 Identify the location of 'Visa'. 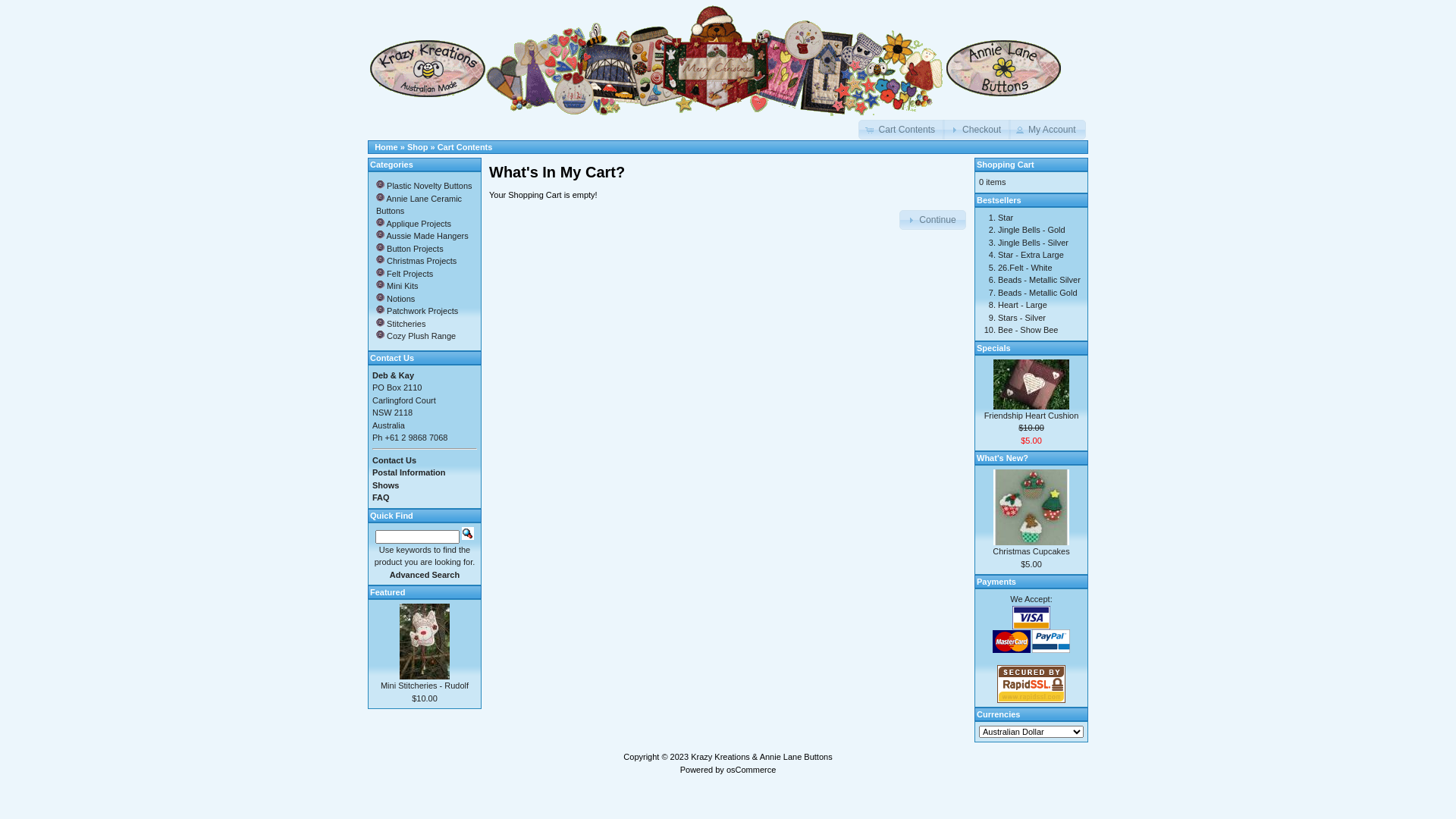
(1012, 617).